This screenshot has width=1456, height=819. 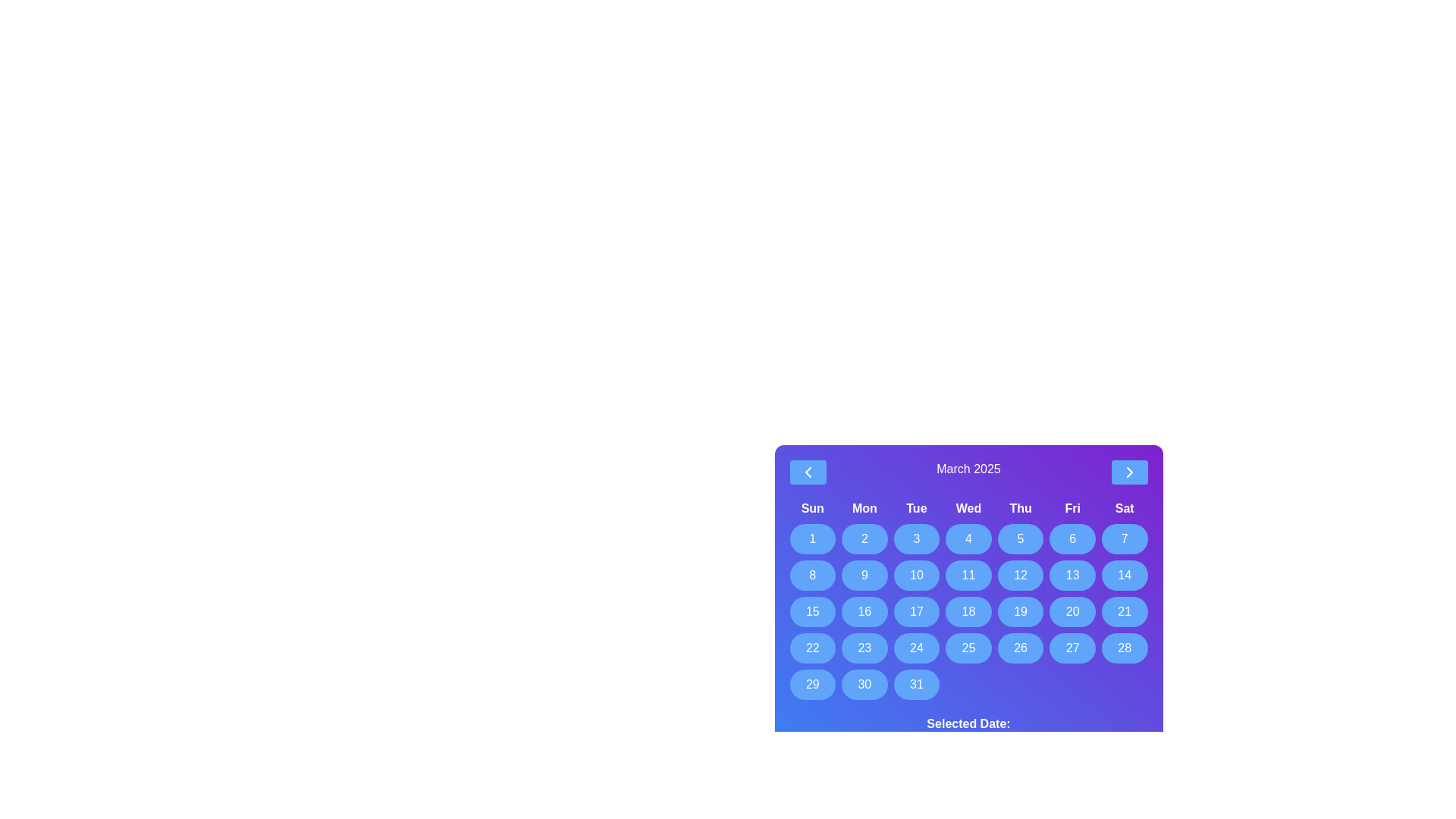 I want to click on the static text label that represents Sundays in the calendar, located at the top of the calendar grid, so click(x=811, y=509).